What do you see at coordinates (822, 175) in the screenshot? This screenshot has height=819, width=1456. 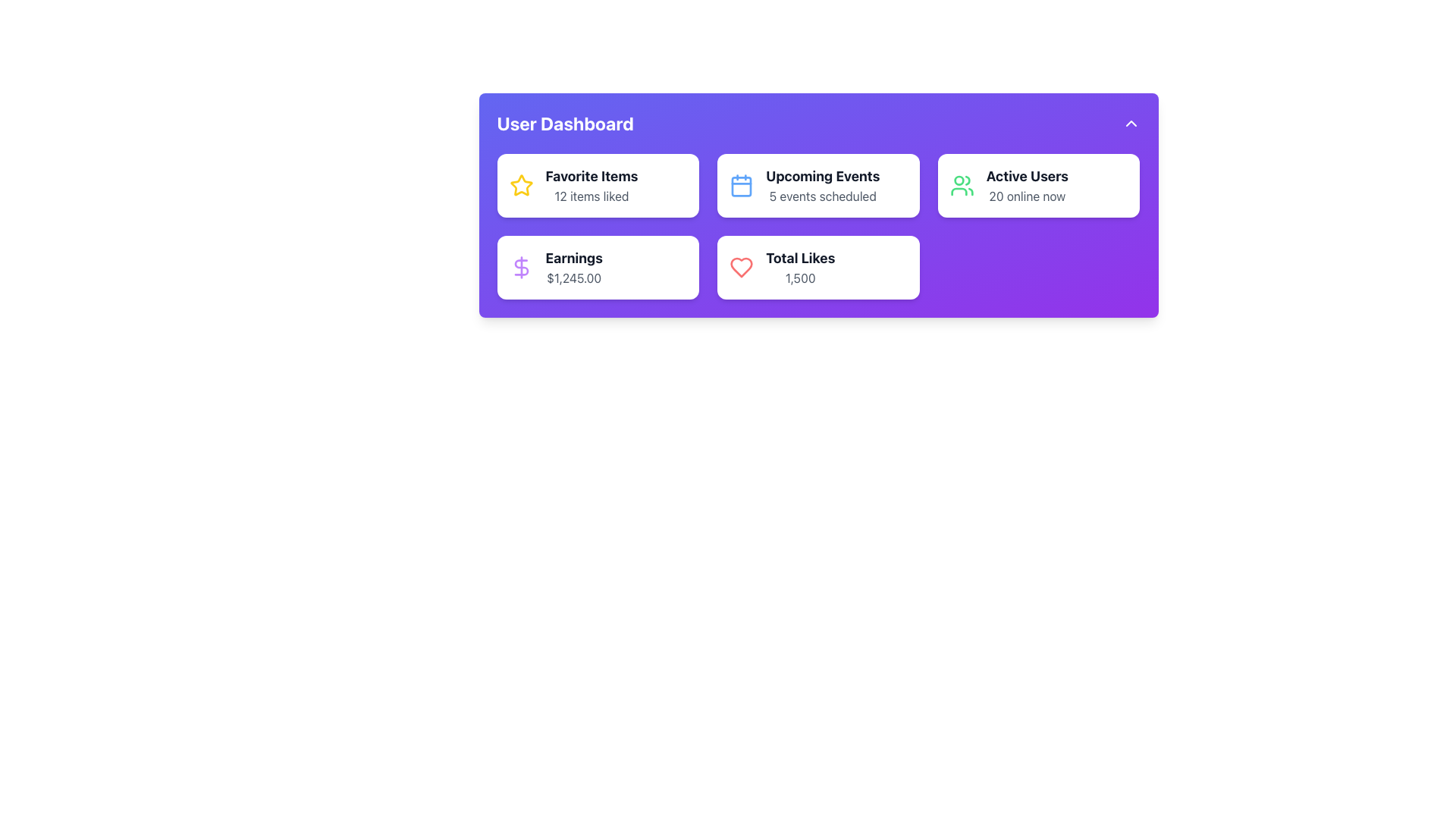 I see `the 'Upcoming Events' text label, which is styled in bold and larger font size, located in the top row of the grid layout in the User Dashboard` at bounding box center [822, 175].